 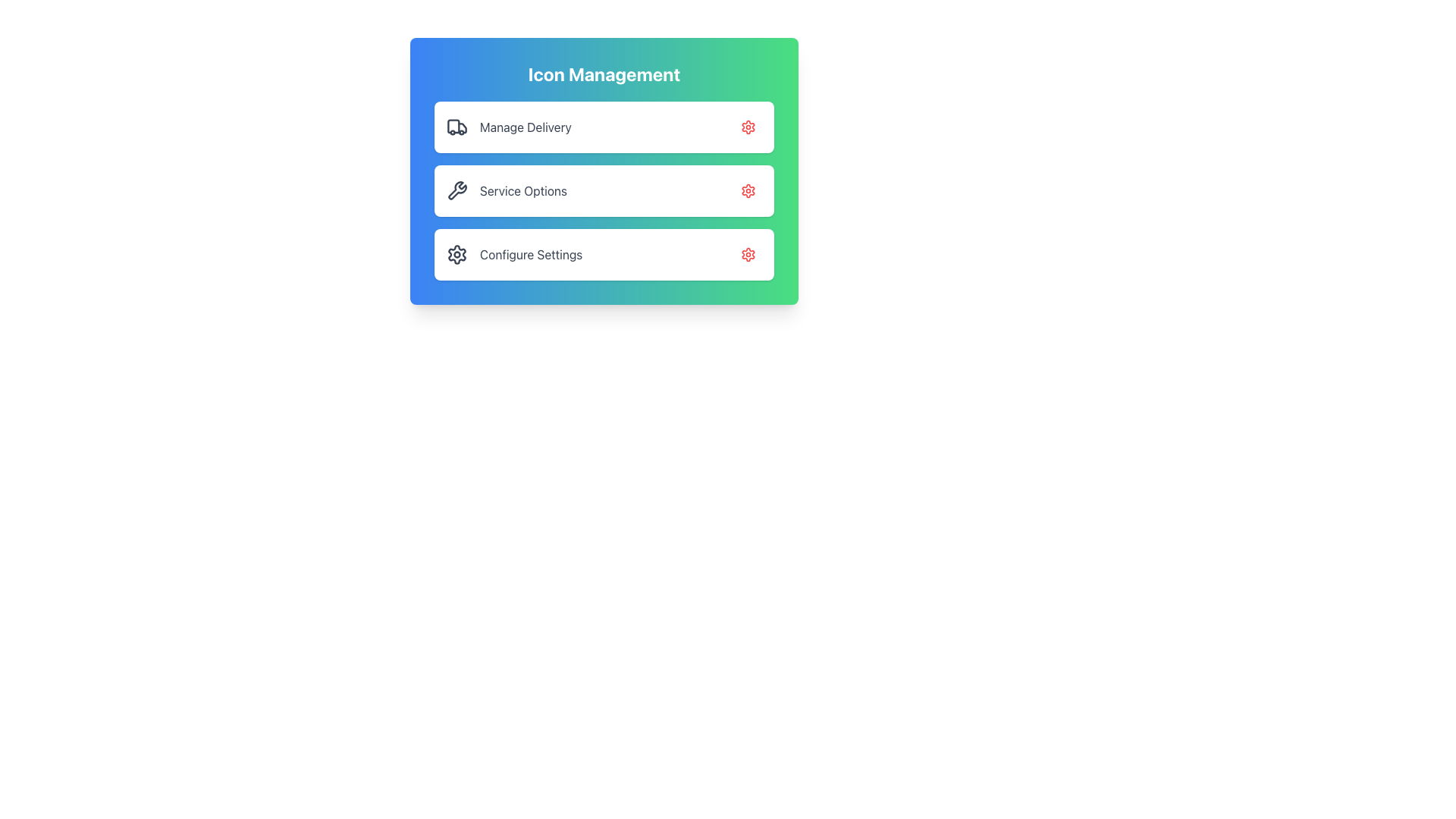 I want to click on the 'Manage Delivery' item associated with the truck icon located in the 'Icon Management' section, so click(x=457, y=127).